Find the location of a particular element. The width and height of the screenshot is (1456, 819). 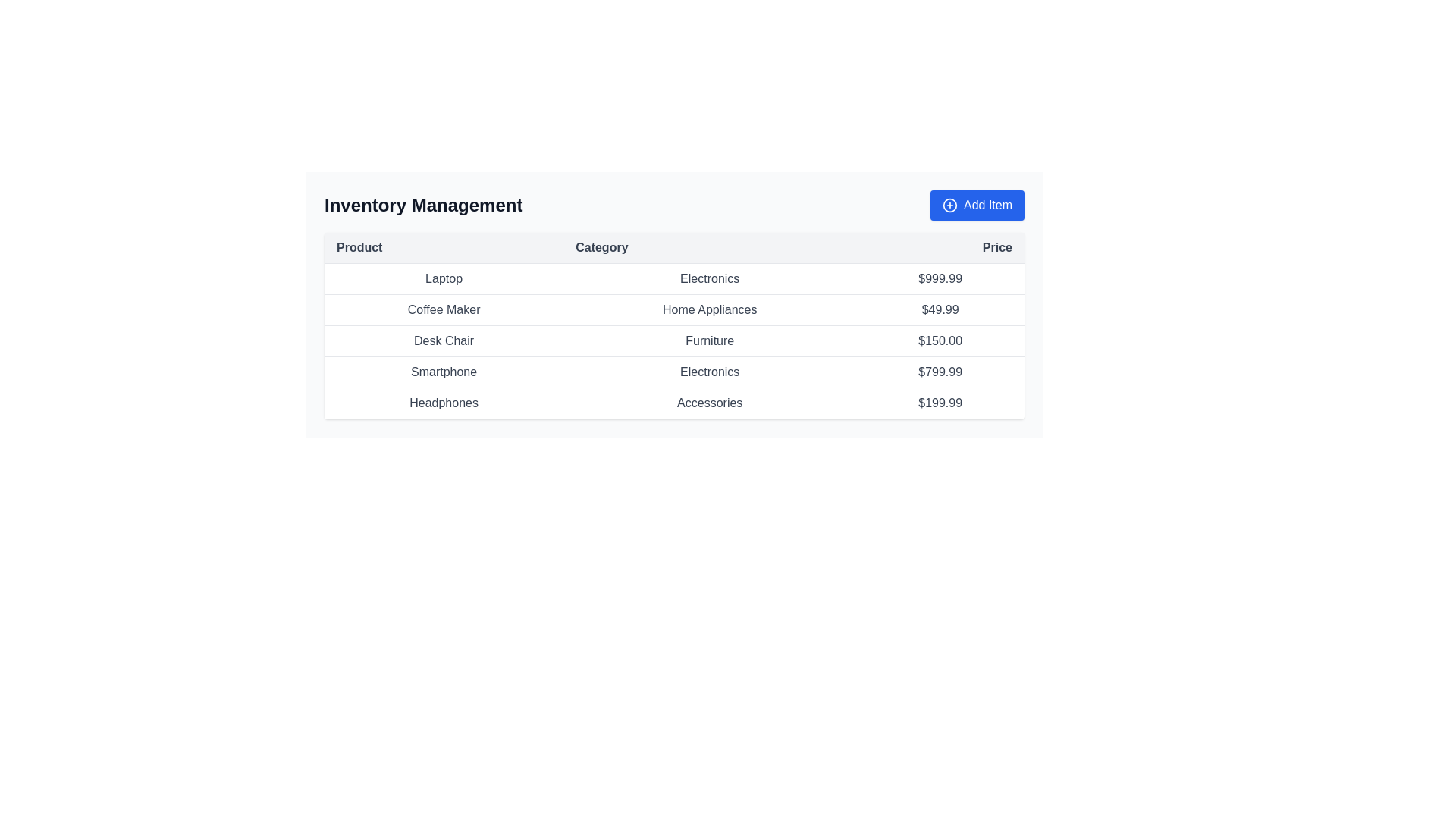

the third row of the table which contains 'Desk Chair', 'Furniture', and '$150.00' located at the center of the page is located at coordinates (673, 341).